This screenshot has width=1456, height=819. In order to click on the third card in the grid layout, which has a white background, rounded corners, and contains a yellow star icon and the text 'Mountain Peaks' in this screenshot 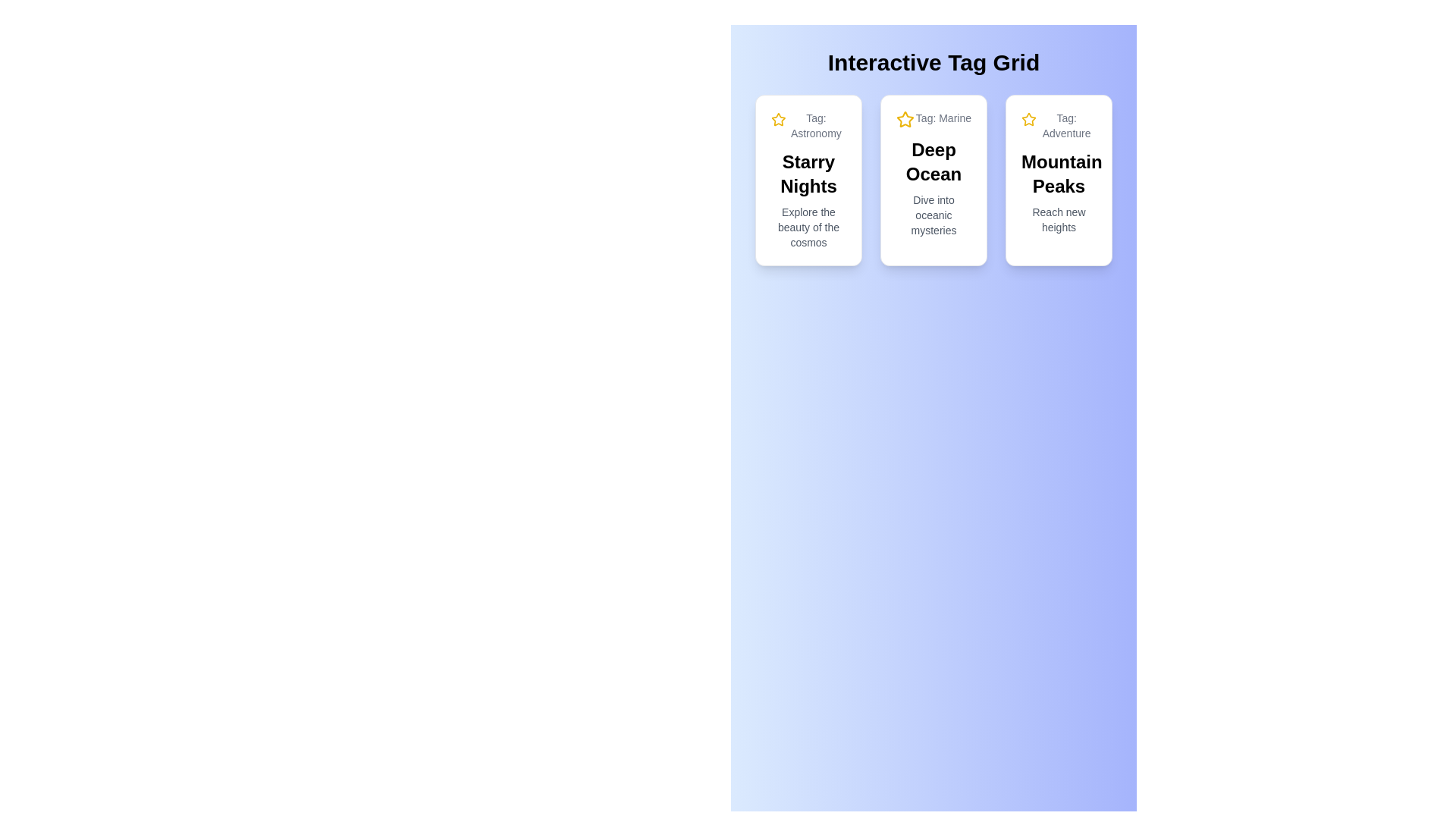, I will do `click(1058, 180)`.